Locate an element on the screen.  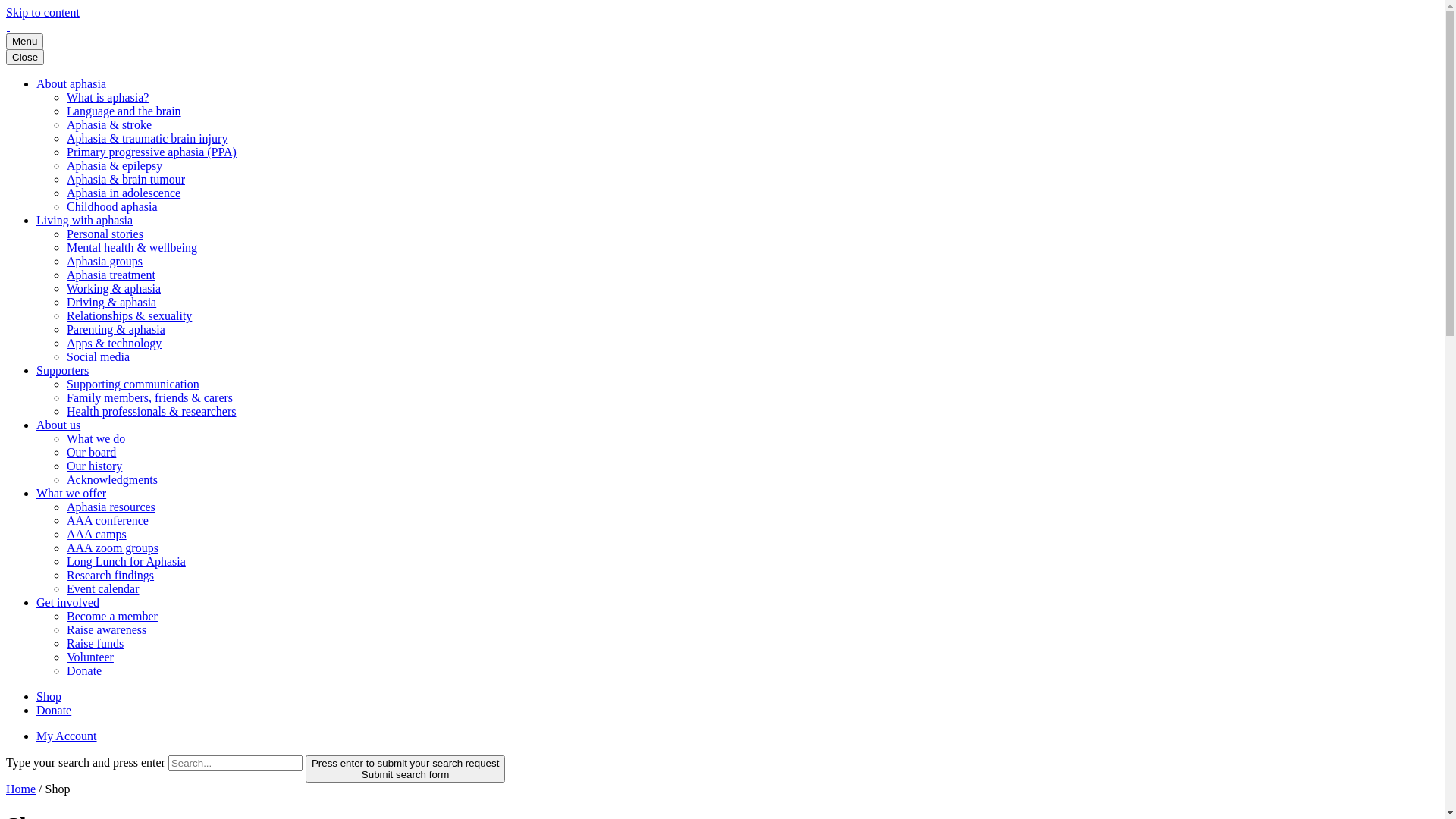
'AAA zoom groups' is located at coordinates (65, 548).